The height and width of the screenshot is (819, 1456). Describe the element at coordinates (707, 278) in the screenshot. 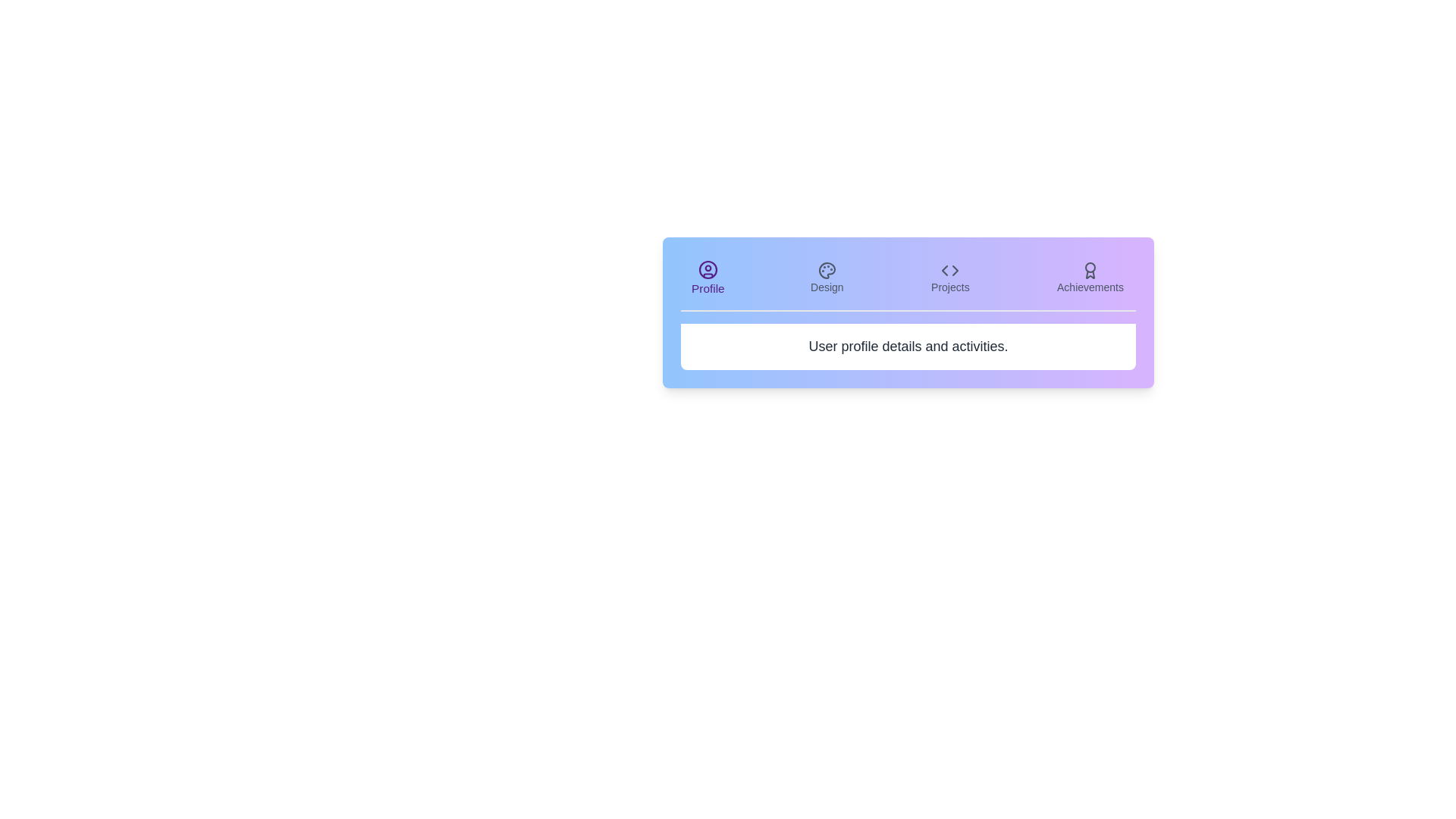

I see `the tab labeled Profile to view its content` at that location.